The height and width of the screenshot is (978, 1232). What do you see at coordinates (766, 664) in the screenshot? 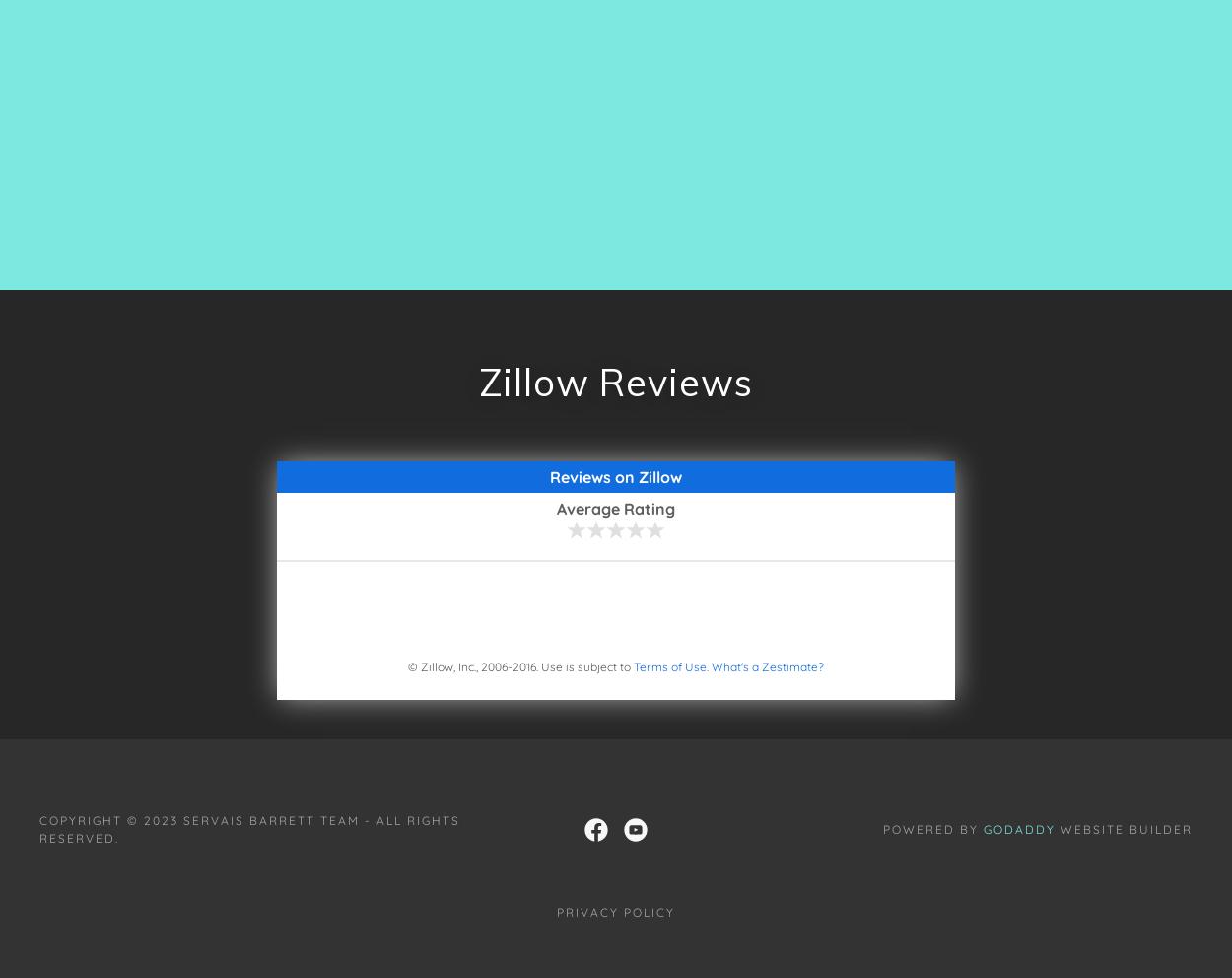
I see `'What's a Zestimate?'` at bounding box center [766, 664].